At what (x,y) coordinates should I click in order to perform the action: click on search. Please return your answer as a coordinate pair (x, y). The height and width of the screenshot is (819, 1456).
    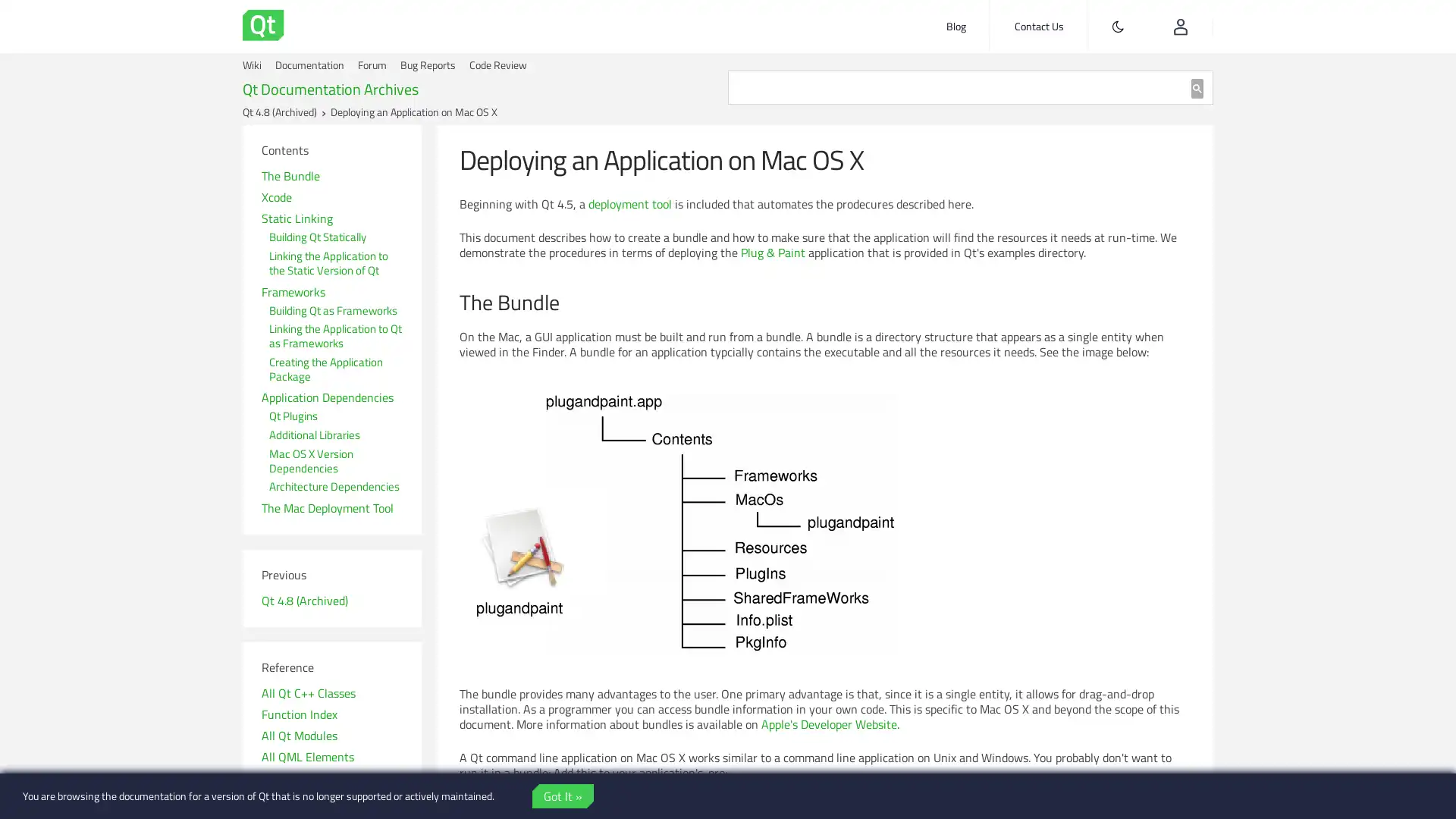
    Looking at the image, I should click on (1197, 87).